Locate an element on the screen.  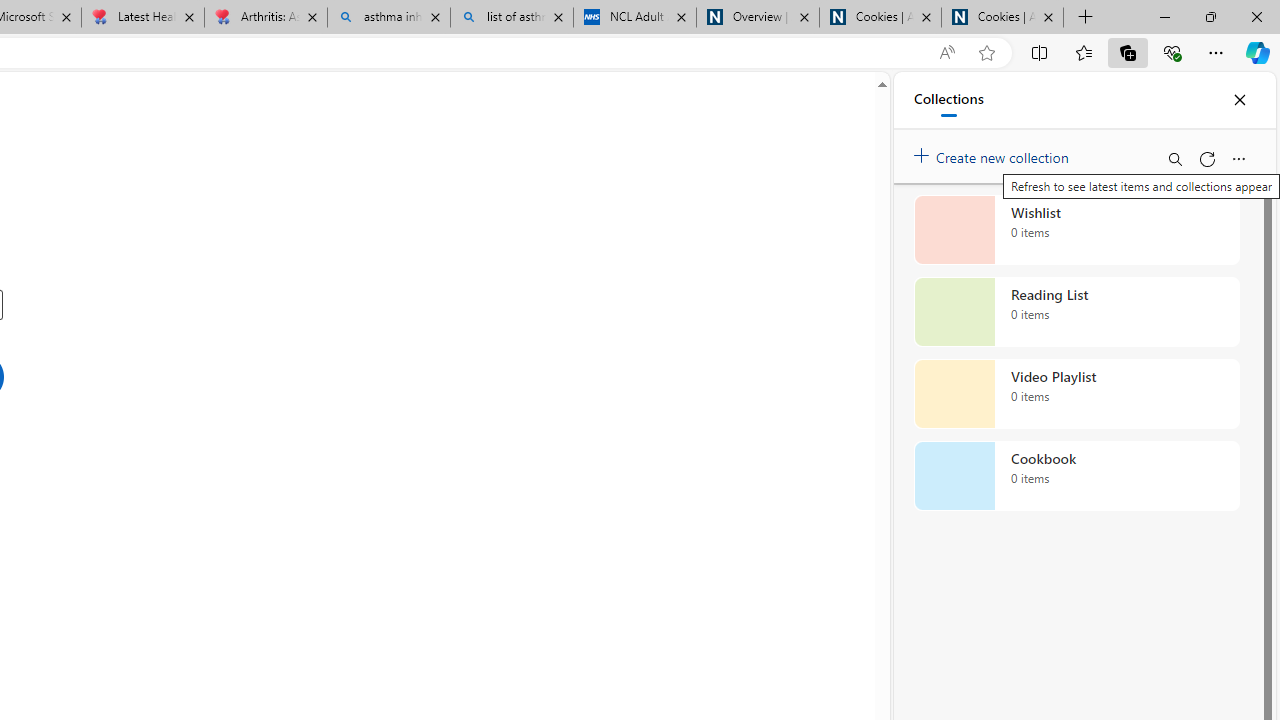
'Cookbook collection, 0 items' is located at coordinates (1076, 475).